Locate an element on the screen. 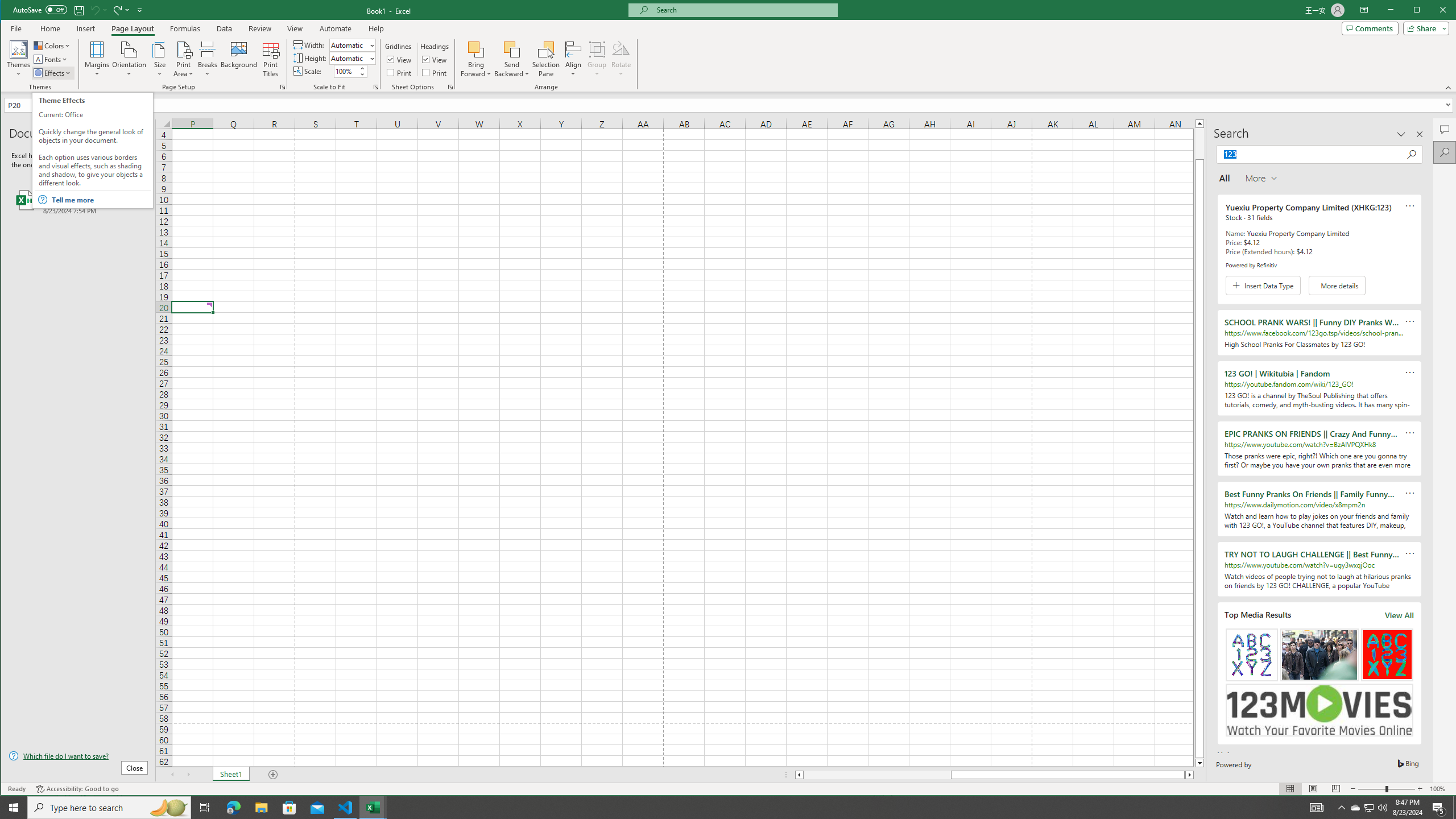 This screenshot has width=1456, height=819. 'Send Backward' is located at coordinates (512, 59).